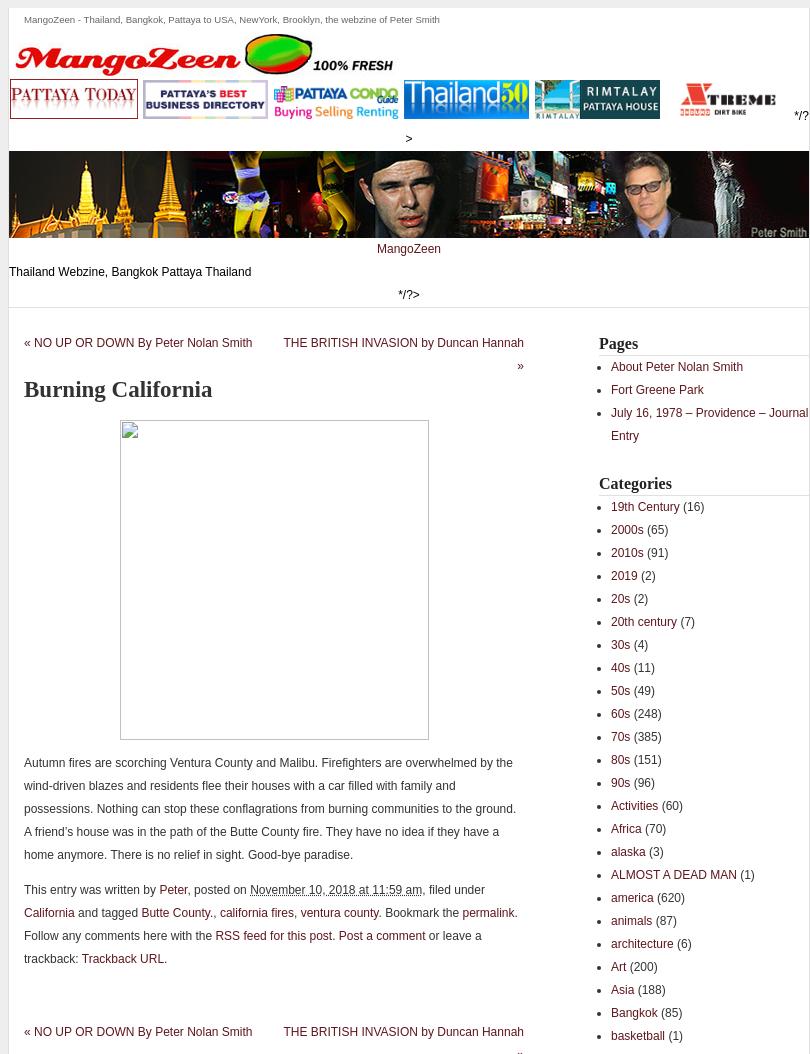 The width and height of the screenshot is (810, 1054). I want to click on 'Butte County.', so click(176, 911).